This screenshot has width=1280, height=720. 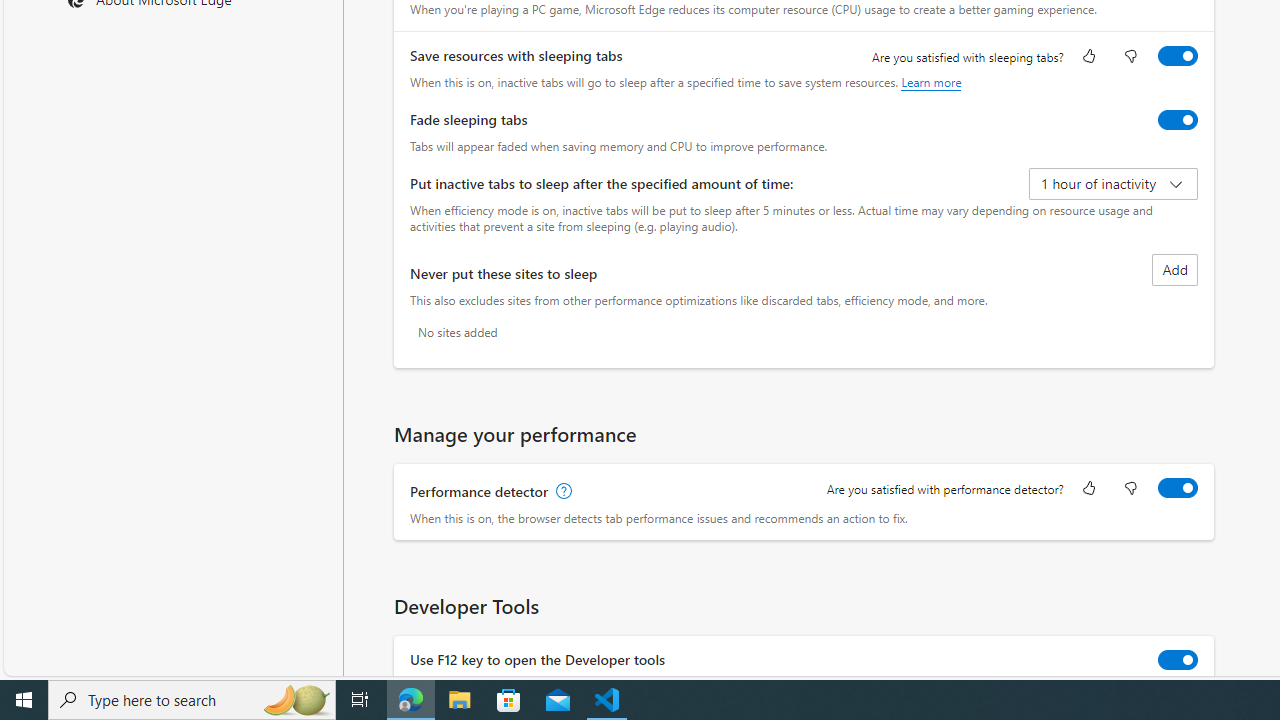 What do you see at coordinates (1178, 488) in the screenshot?
I see `'Performance detector'` at bounding box center [1178, 488].